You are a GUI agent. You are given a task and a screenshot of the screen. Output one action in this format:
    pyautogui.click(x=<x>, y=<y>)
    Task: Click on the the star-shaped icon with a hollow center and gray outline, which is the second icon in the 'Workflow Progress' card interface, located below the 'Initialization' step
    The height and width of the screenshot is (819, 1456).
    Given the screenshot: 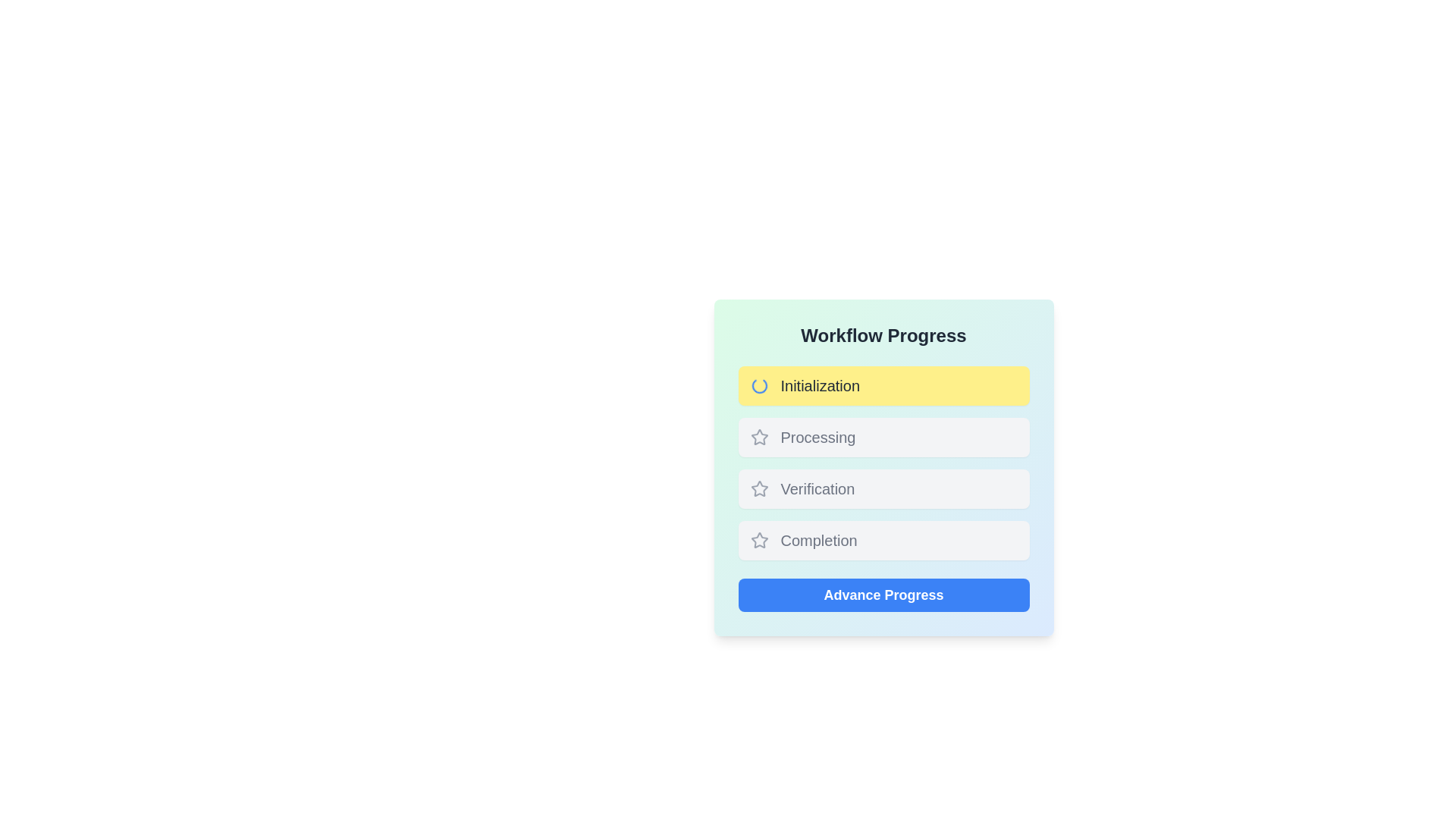 What is the action you would take?
    pyautogui.click(x=759, y=437)
    